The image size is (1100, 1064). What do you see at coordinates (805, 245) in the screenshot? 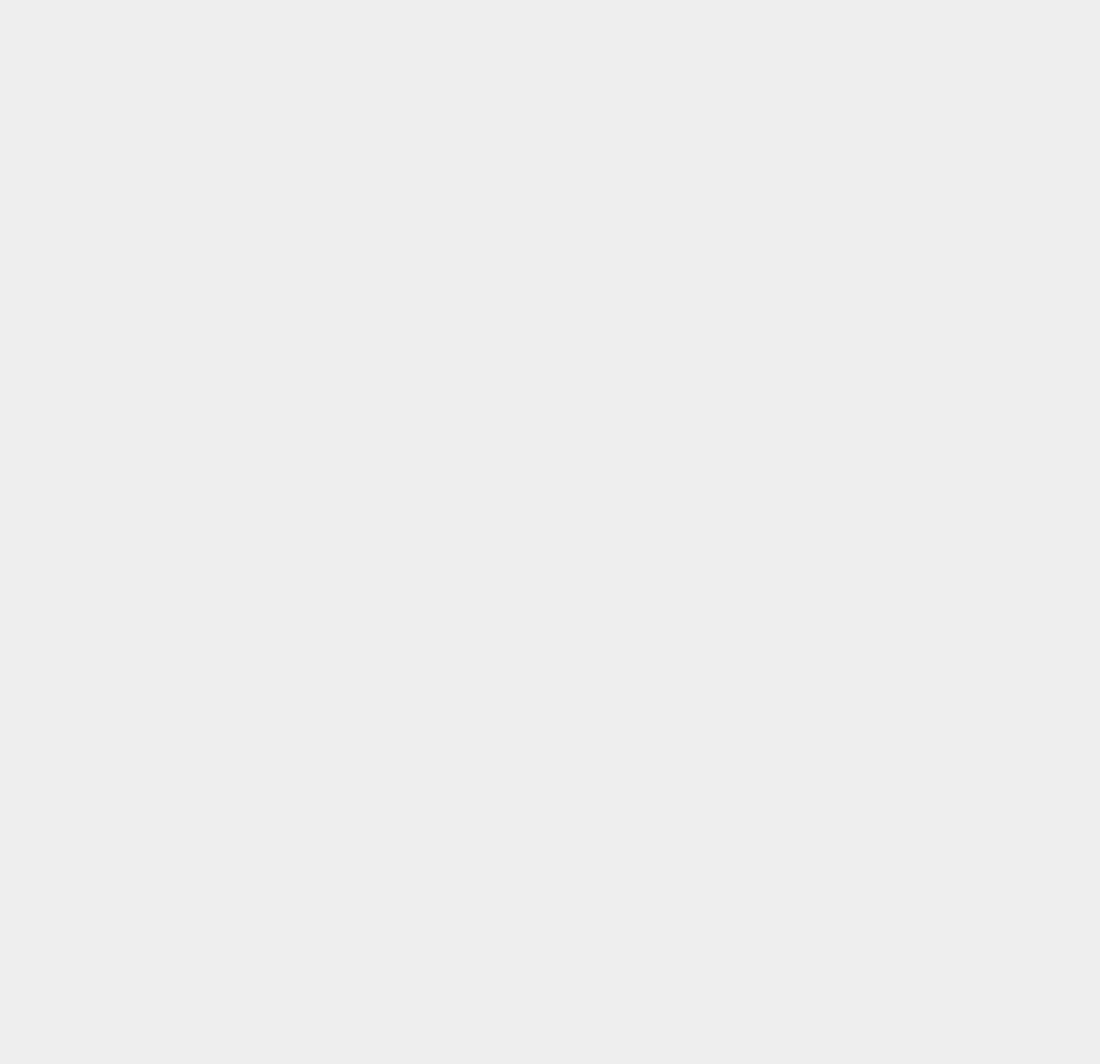
I see `'Apple TV'` at bounding box center [805, 245].